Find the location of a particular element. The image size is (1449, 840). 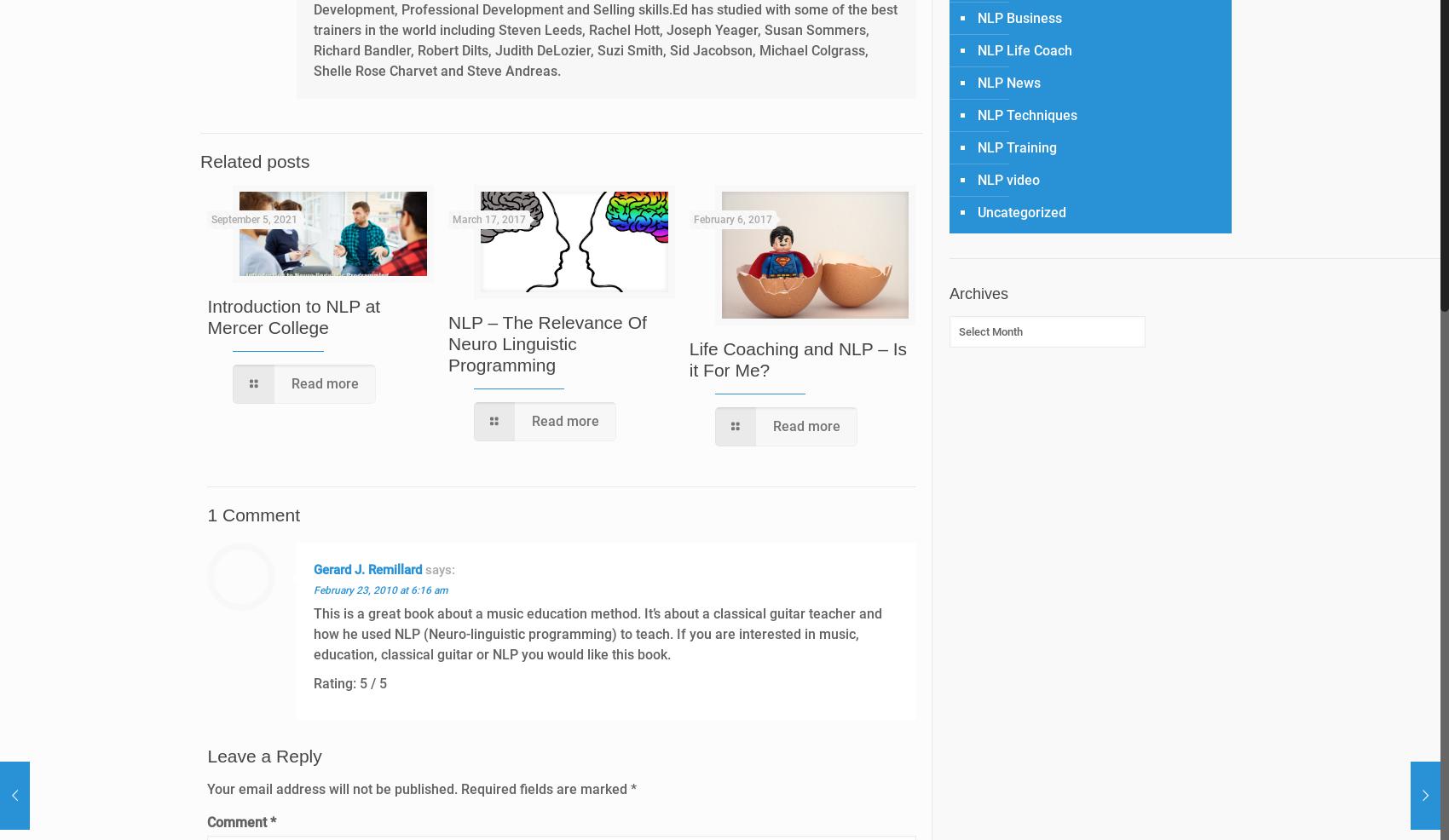

'NLP video' is located at coordinates (1007, 179).